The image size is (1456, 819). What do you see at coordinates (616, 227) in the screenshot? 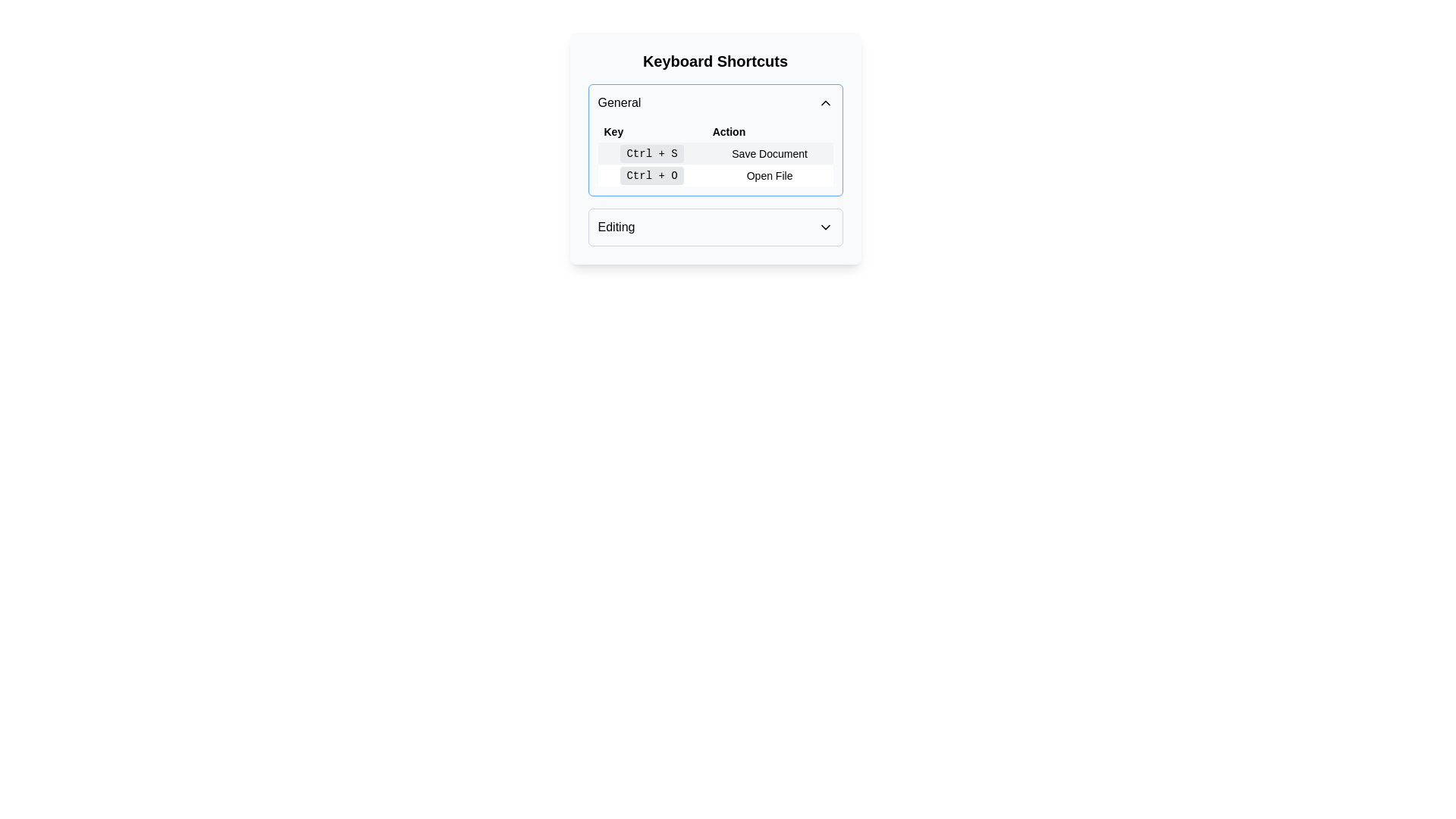
I see `the text label reading 'Editing', which is styled in medium font weight and located below the 'Keyboard Shortcuts' section` at bounding box center [616, 227].